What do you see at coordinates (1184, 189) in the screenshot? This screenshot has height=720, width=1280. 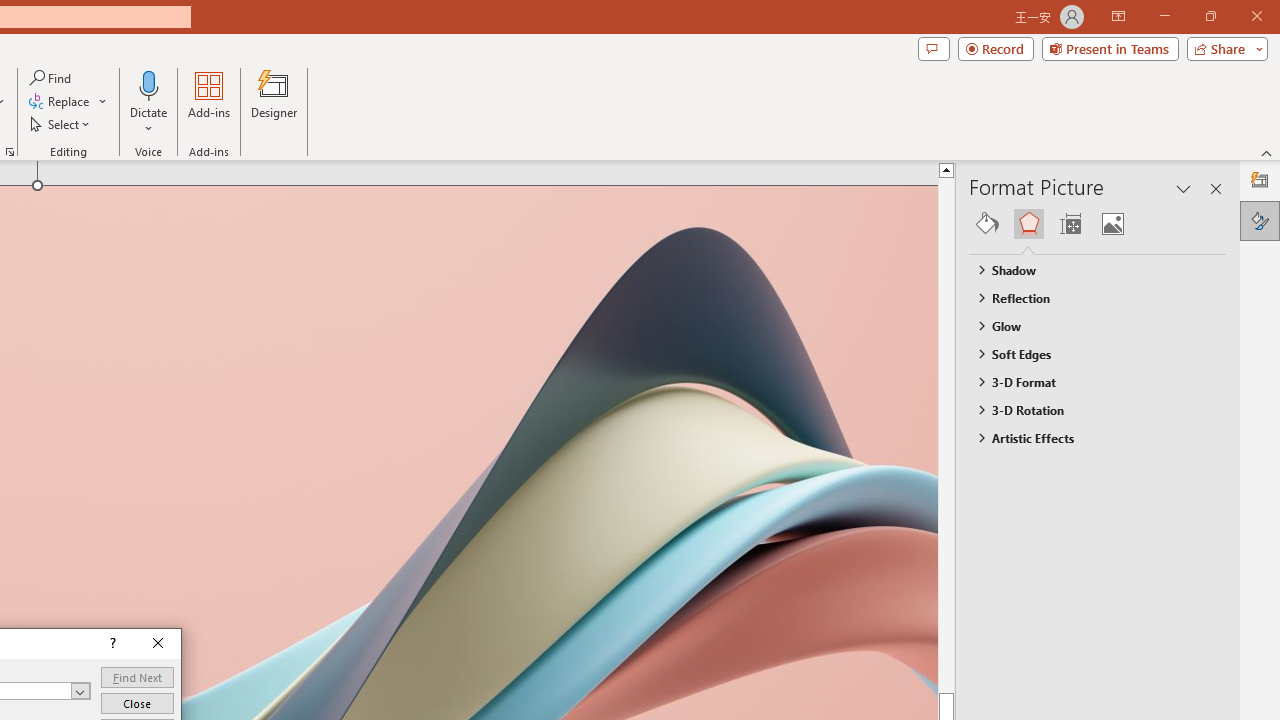 I see `'Task Pane Options'` at bounding box center [1184, 189].